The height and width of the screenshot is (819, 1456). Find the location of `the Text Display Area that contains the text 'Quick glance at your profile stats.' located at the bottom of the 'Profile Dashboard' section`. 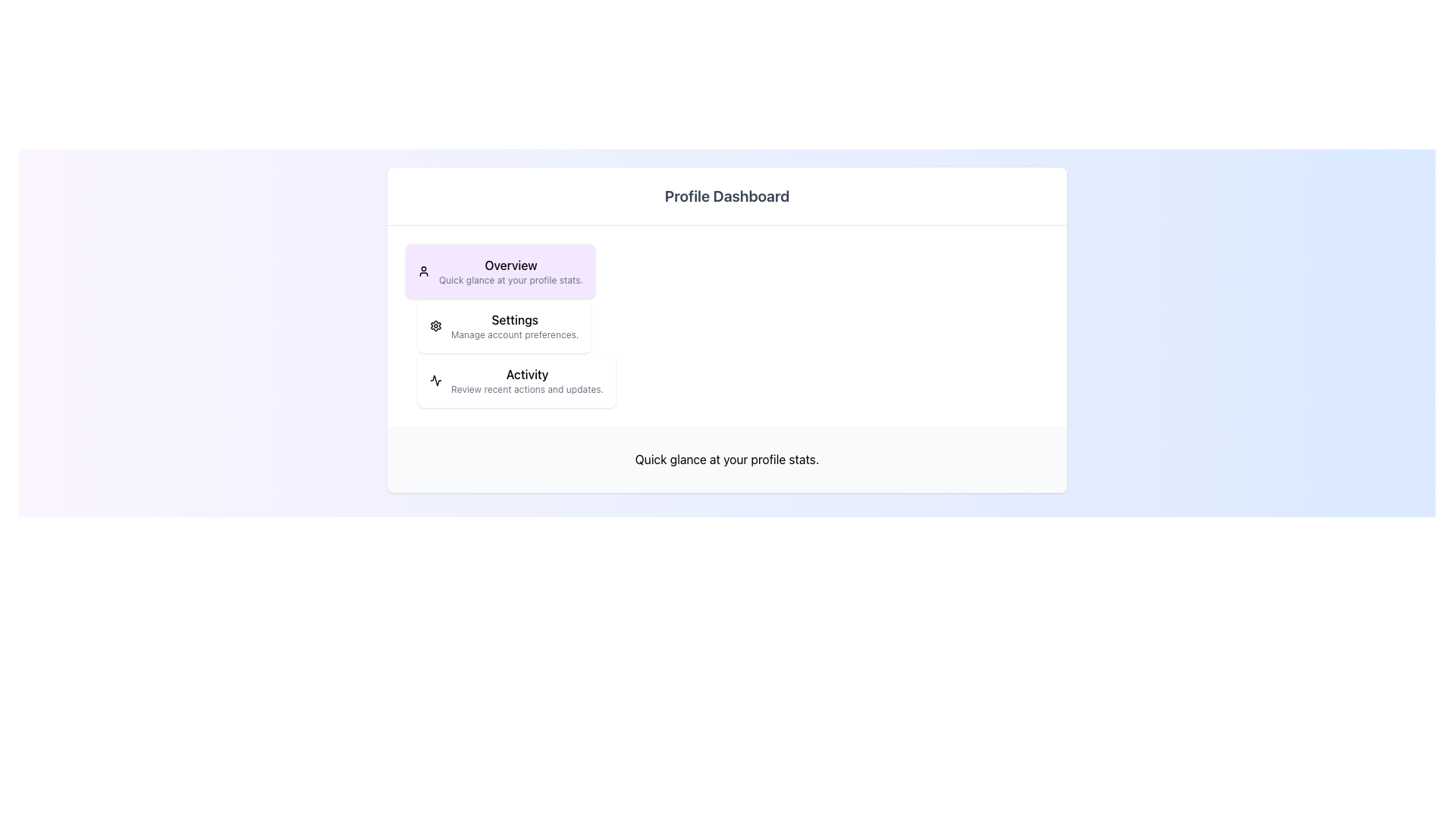

the Text Display Area that contains the text 'Quick glance at your profile stats.' located at the bottom of the 'Profile Dashboard' section is located at coordinates (726, 458).